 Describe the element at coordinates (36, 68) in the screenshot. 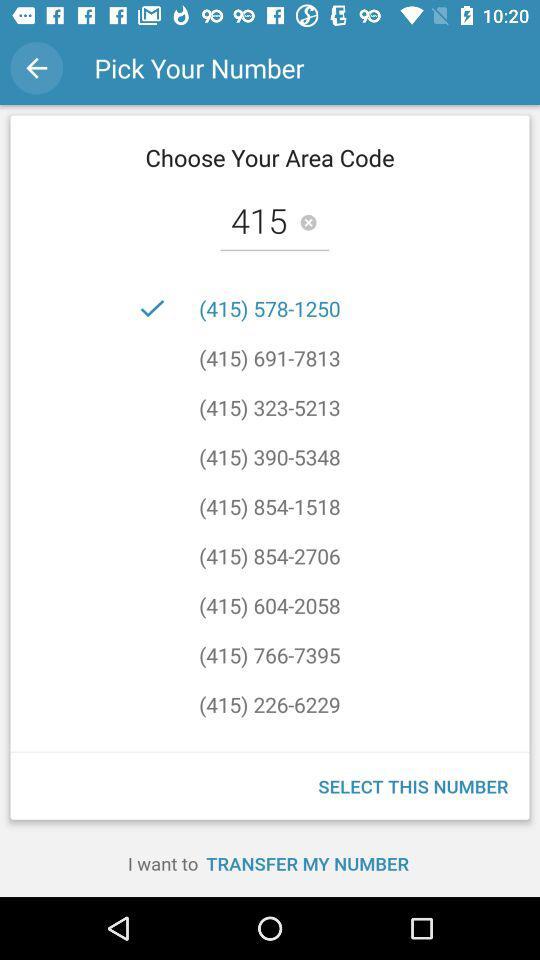

I see `the icon next to the pick your number item` at that location.